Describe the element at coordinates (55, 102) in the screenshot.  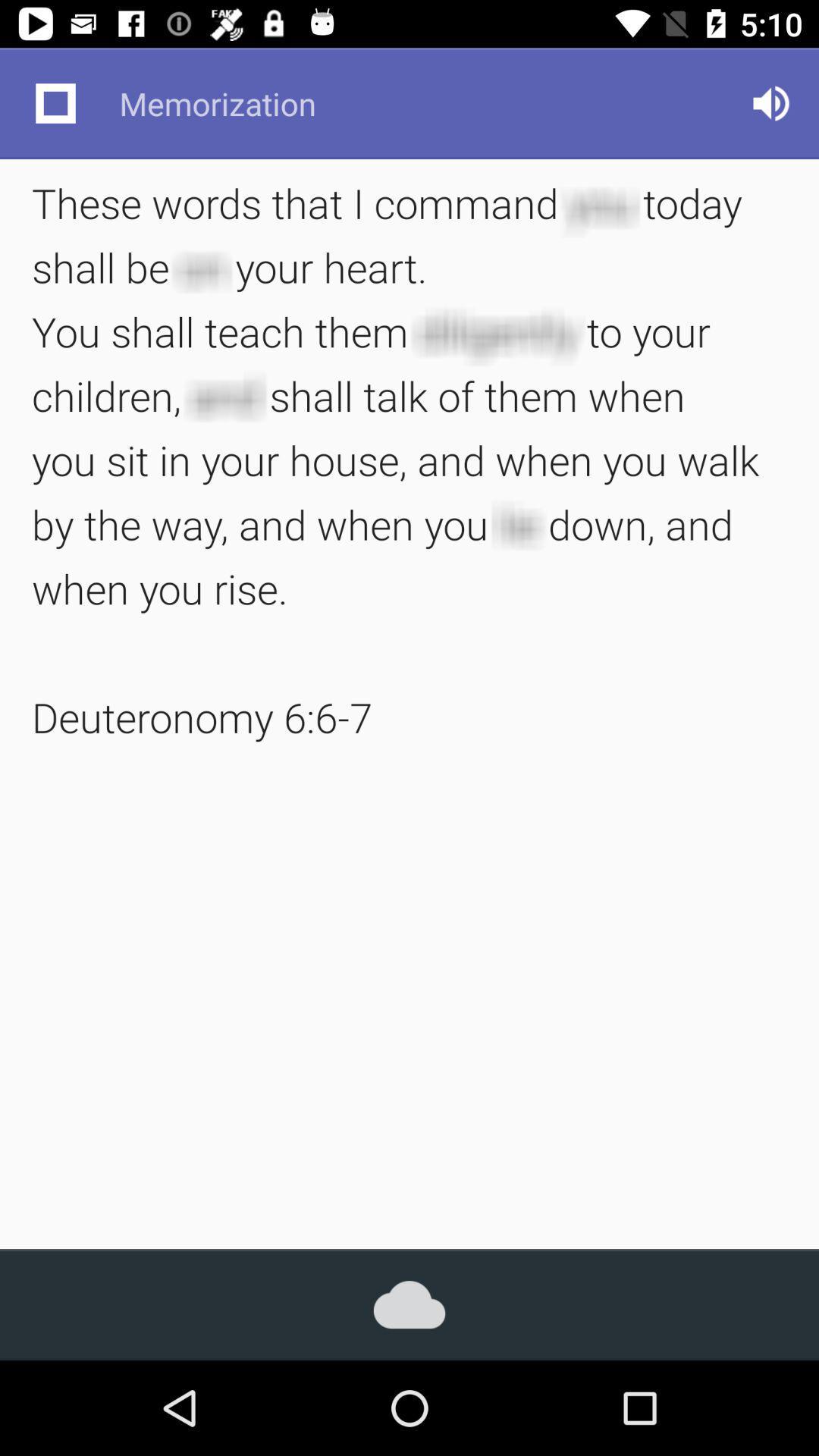
I see `item above these words that icon` at that location.